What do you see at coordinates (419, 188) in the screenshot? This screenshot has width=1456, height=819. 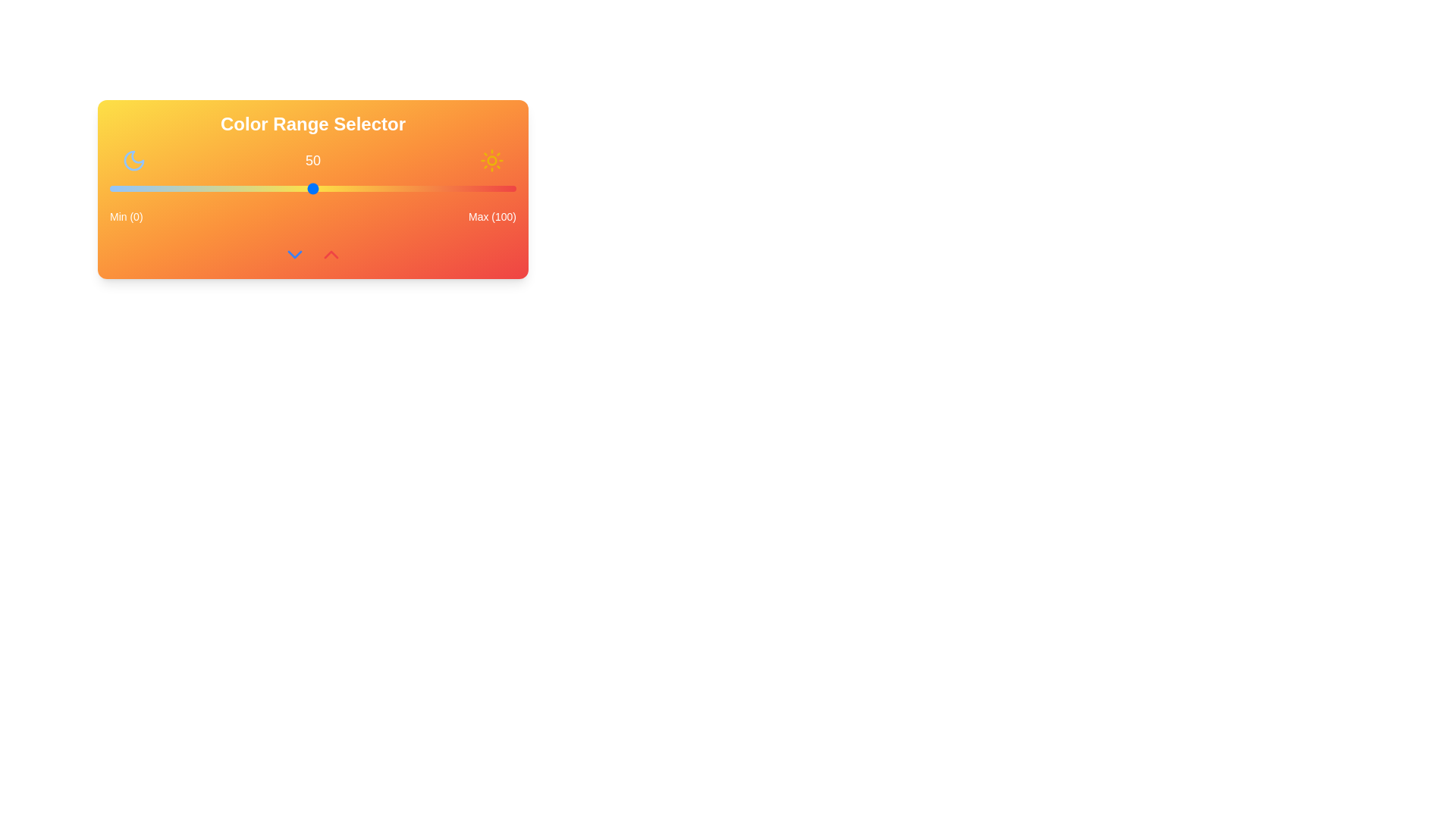 I see `the slider to set the value to 76` at bounding box center [419, 188].